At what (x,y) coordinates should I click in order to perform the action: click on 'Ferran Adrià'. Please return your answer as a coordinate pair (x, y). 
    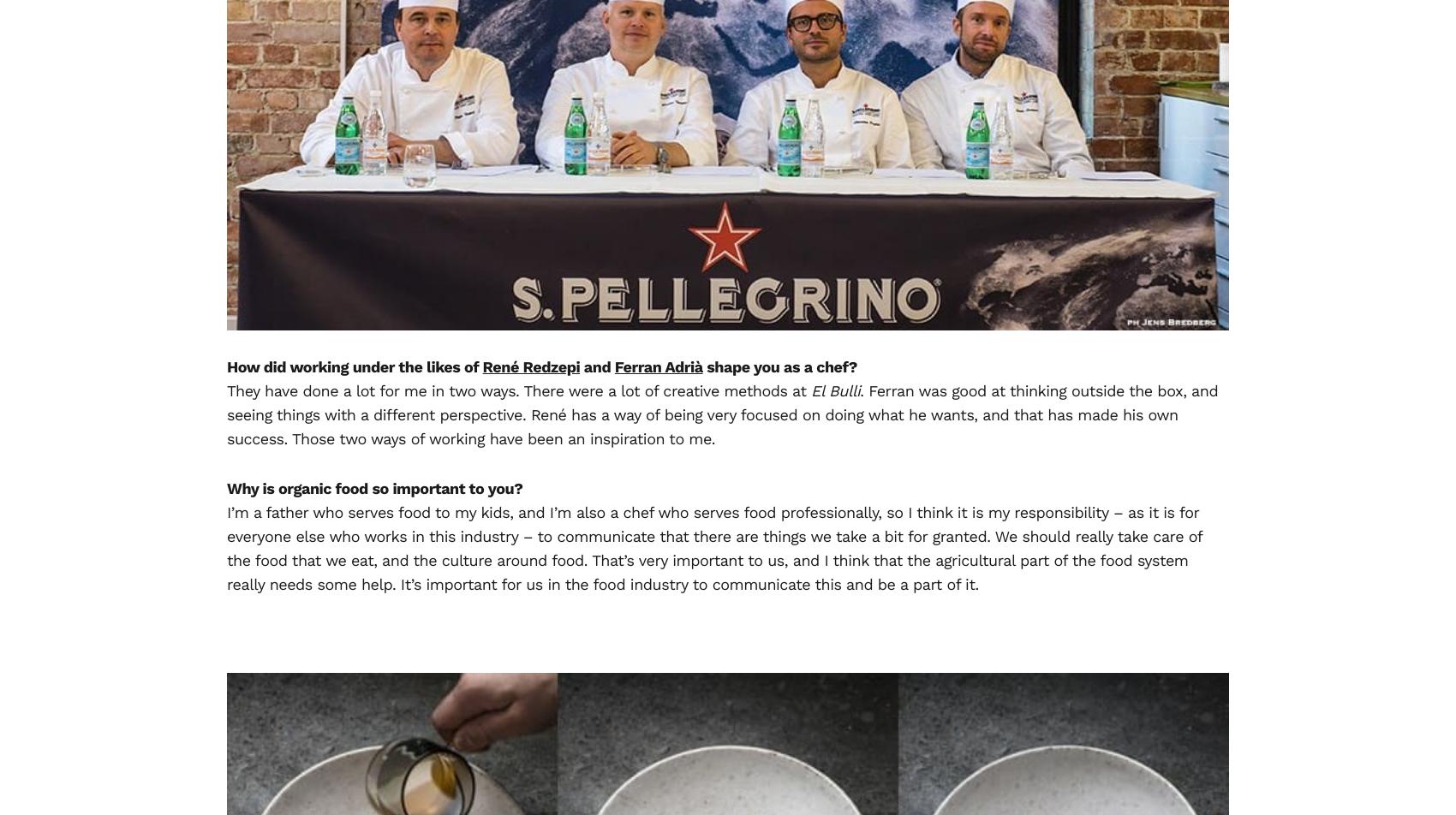
    Looking at the image, I should click on (657, 366).